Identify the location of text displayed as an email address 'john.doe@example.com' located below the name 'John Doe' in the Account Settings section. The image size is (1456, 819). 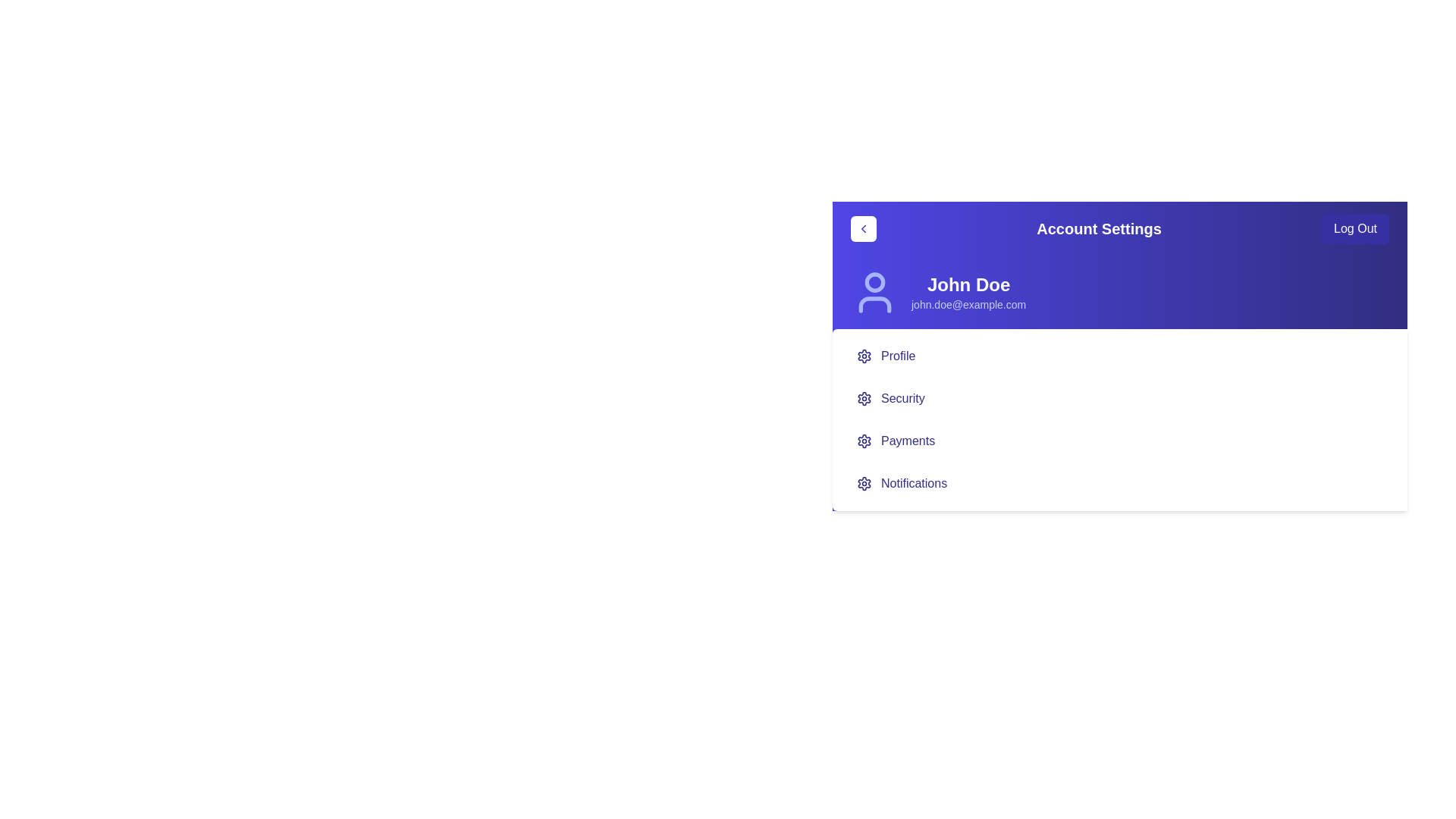
(968, 304).